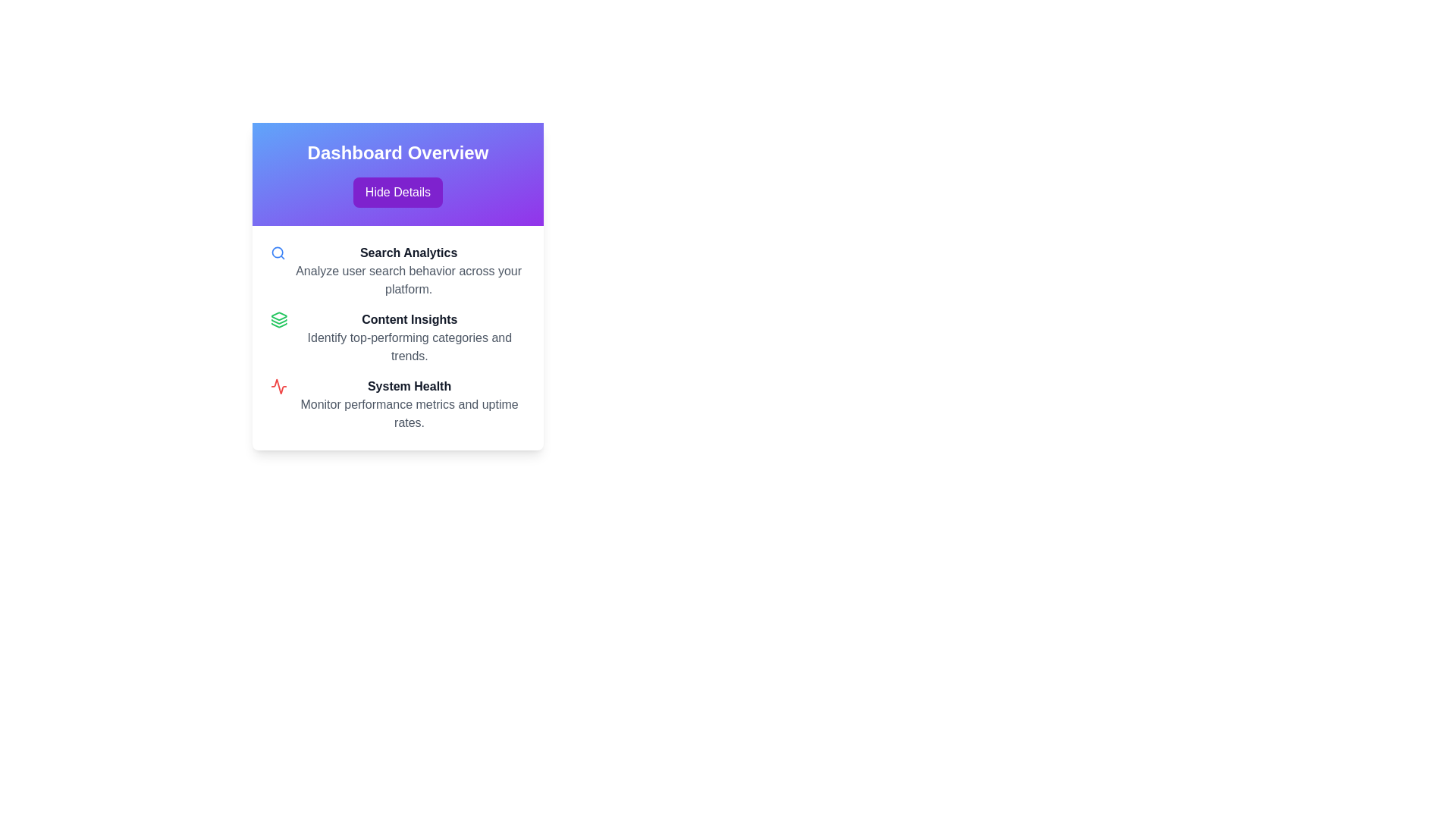  What do you see at coordinates (279, 318) in the screenshot?
I see `the green-colored stacked layers icon that is positioned directly to the left of the 'Content Insights' title text` at bounding box center [279, 318].